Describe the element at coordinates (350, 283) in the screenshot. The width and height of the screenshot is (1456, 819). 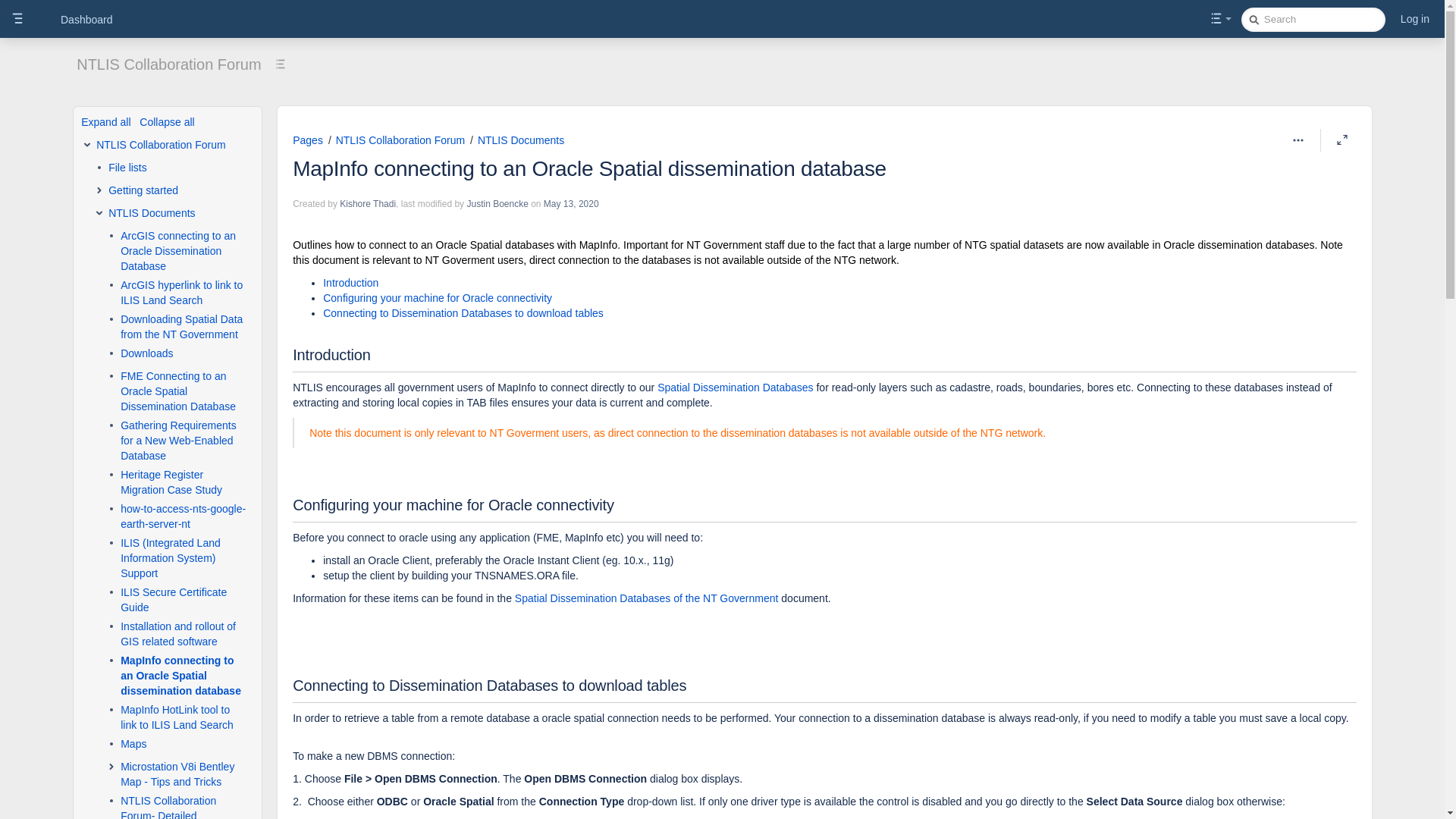
I see `'Introduction'` at that location.